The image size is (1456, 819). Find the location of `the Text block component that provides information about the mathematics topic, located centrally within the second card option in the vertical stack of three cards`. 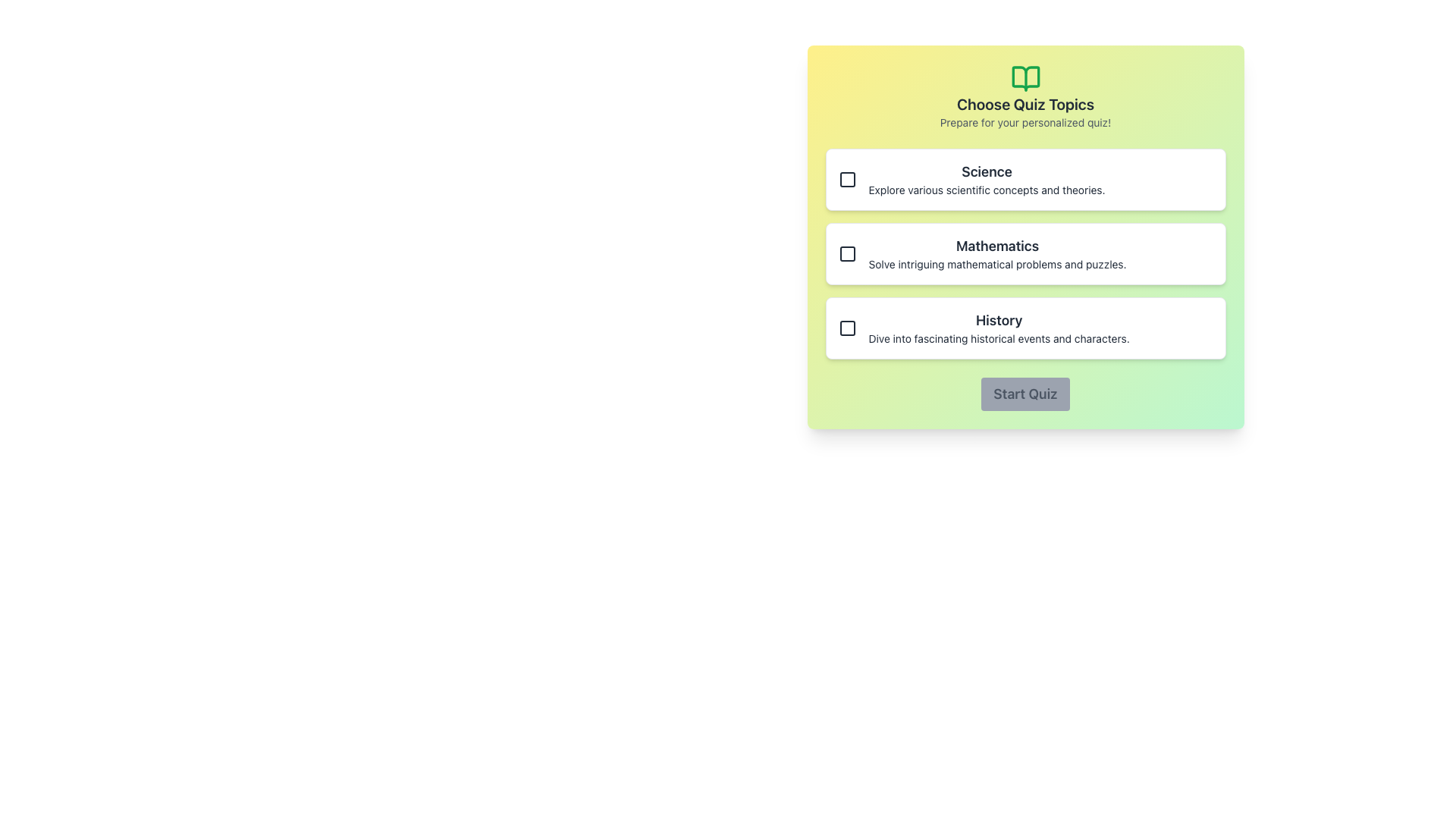

the Text block component that provides information about the mathematics topic, located centrally within the second card option in the vertical stack of three cards is located at coordinates (997, 253).